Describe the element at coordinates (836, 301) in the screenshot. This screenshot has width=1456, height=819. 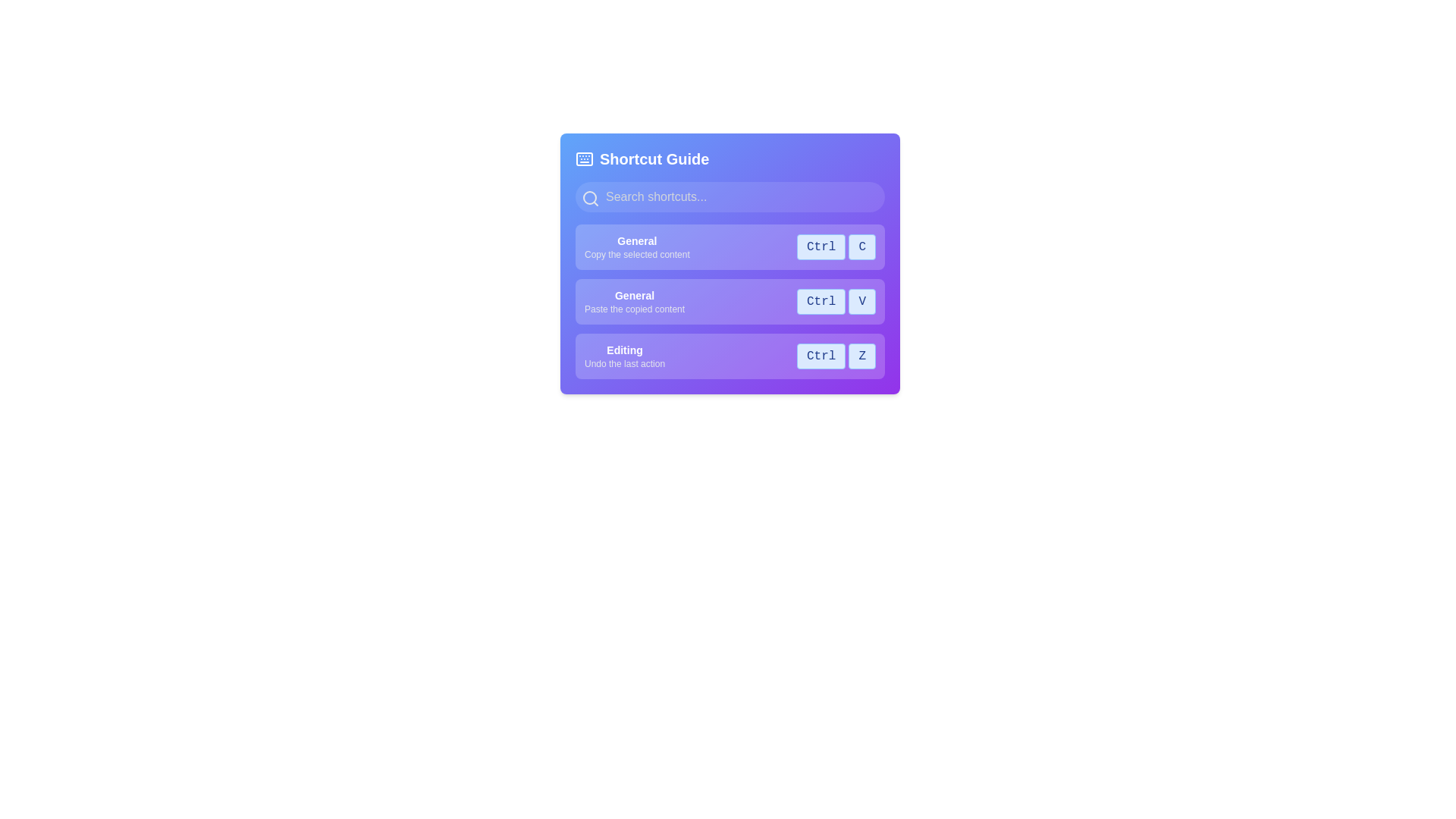
I see `the Composite Text Display element that represents the keyboard shortcut 'Ctrl' and 'V', located next to the text 'Paste the copied content'` at that location.